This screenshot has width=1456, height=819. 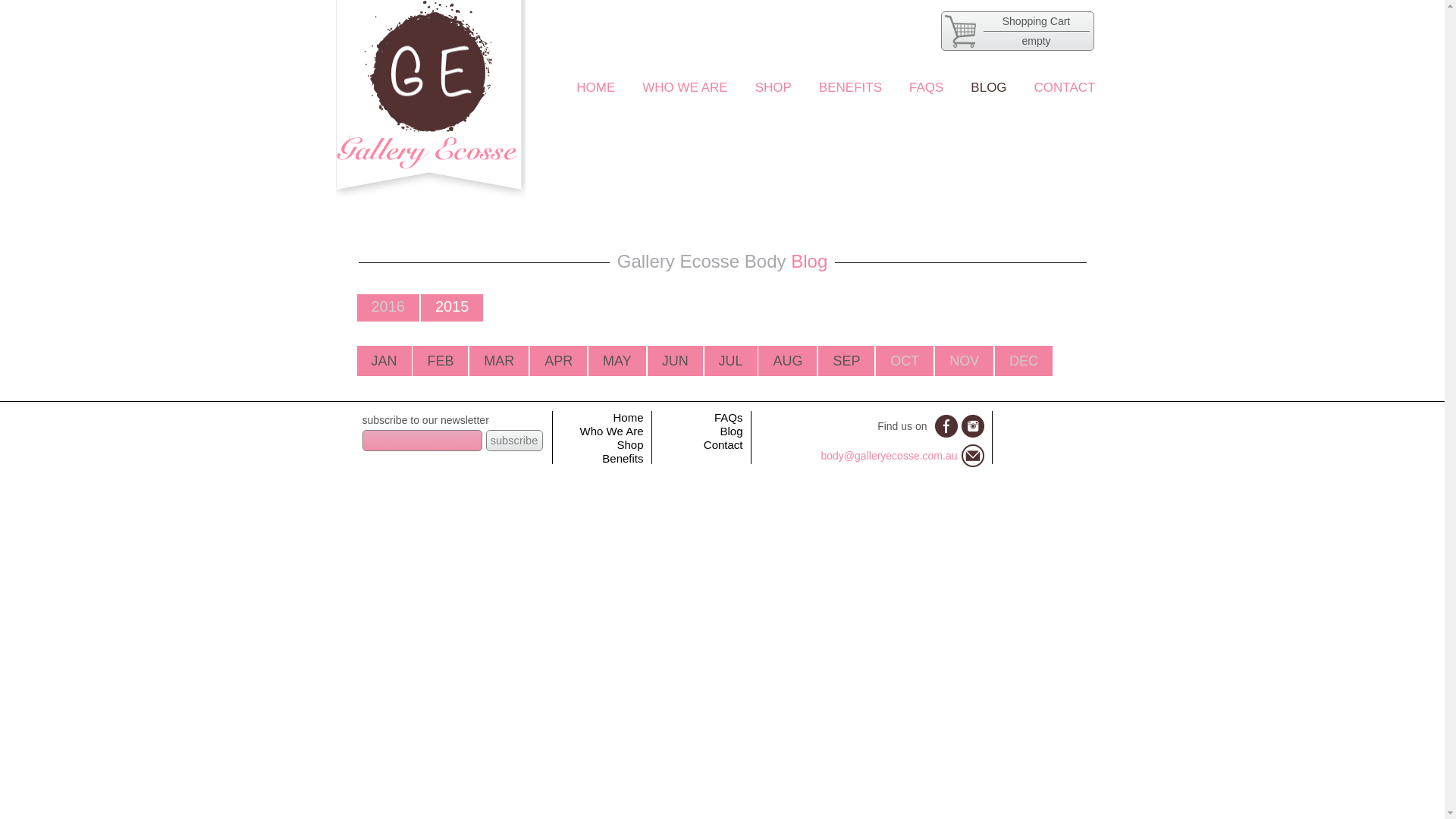 What do you see at coordinates (371, 306) in the screenshot?
I see `'2016'` at bounding box center [371, 306].